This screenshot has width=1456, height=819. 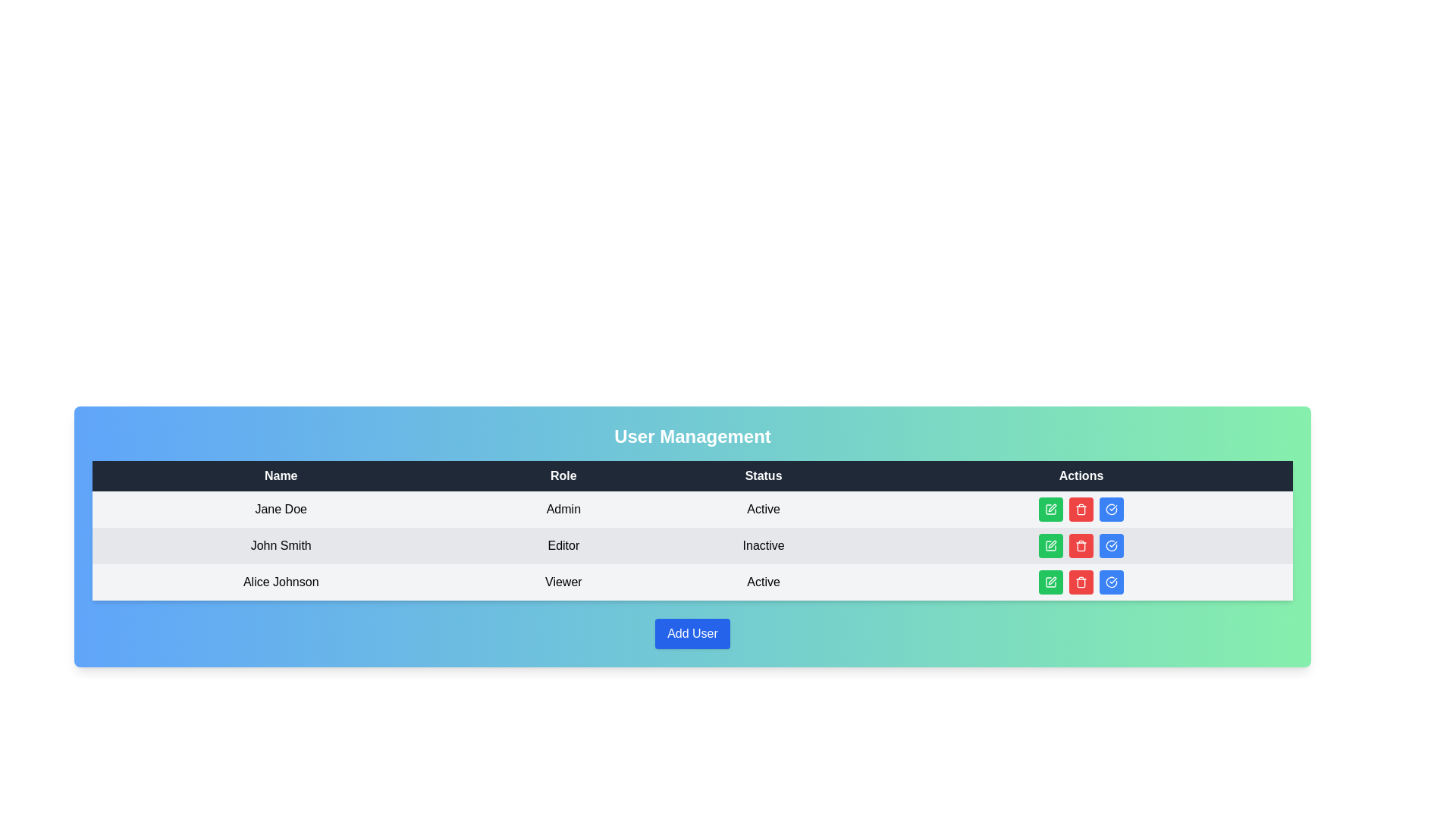 What do you see at coordinates (1050, 581) in the screenshot?
I see `the edit icon button located in the 'Actions' column of the third row of the table to initiate the edit action` at bounding box center [1050, 581].